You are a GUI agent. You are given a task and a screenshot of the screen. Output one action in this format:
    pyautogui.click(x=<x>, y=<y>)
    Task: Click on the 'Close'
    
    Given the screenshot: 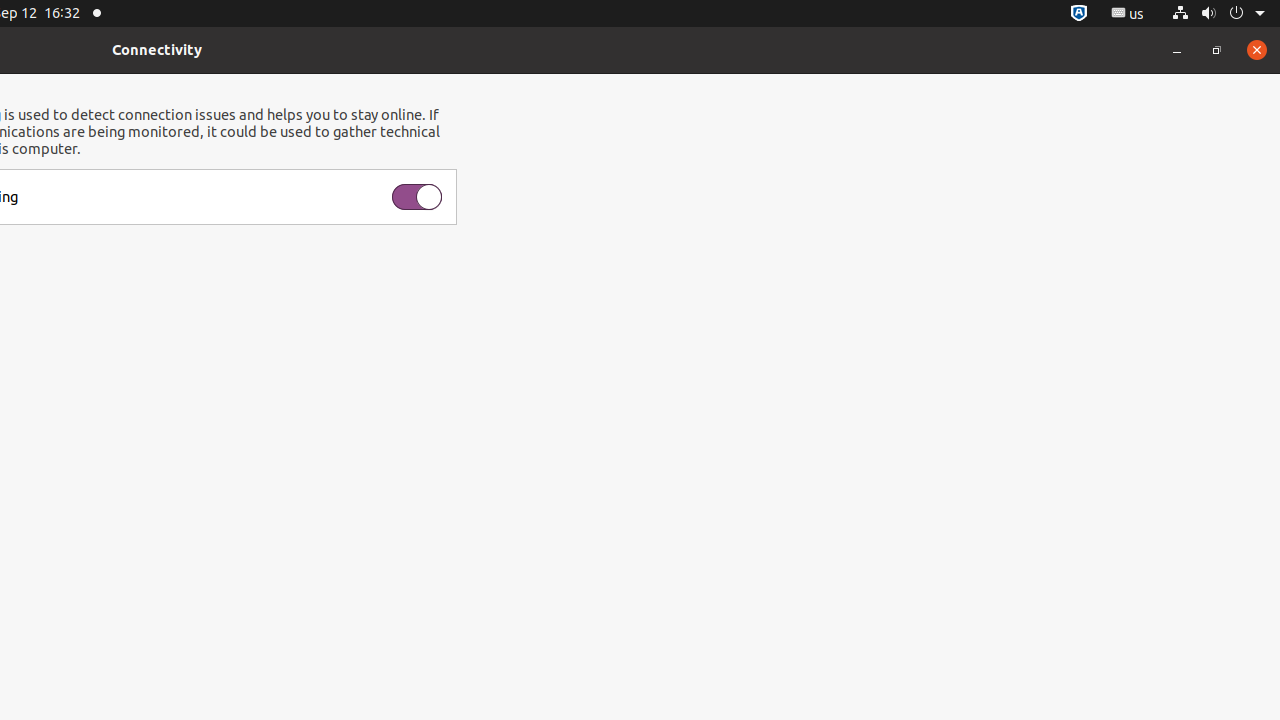 What is the action you would take?
    pyautogui.click(x=1255, y=48)
    